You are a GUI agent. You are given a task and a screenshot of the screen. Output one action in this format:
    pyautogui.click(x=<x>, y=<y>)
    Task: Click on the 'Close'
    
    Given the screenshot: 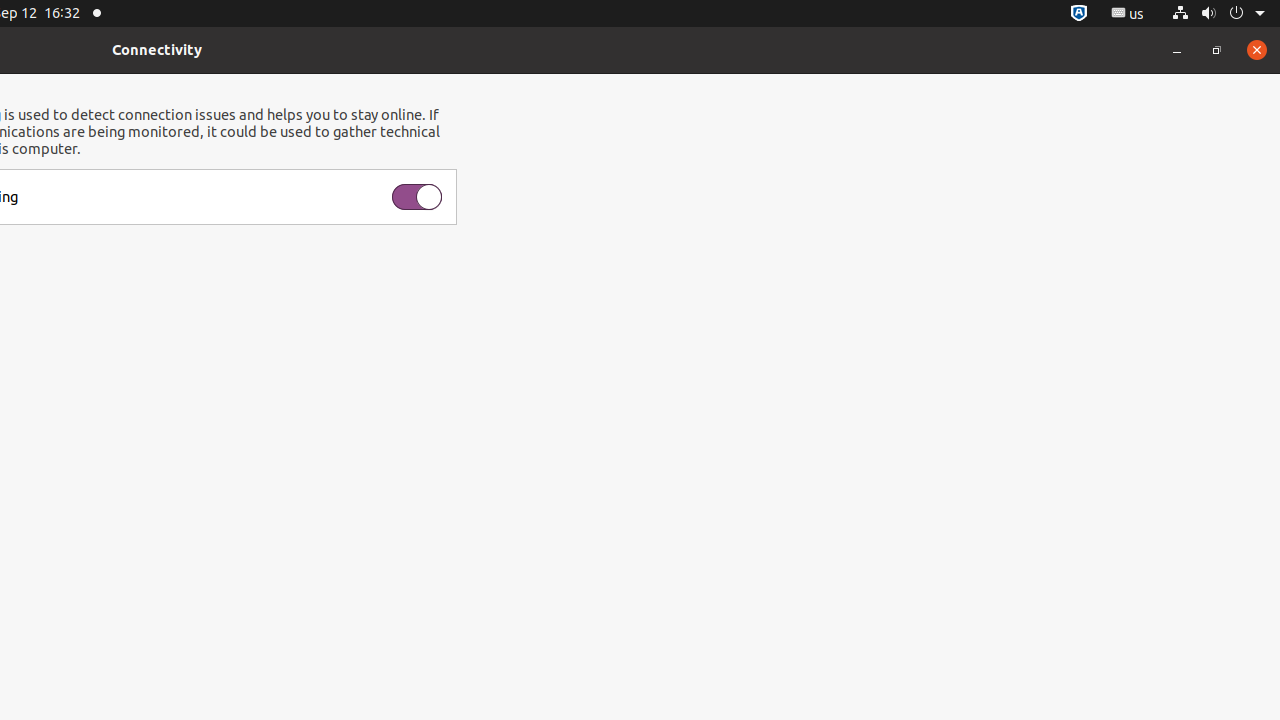 What is the action you would take?
    pyautogui.click(x=1255, y=48)
    